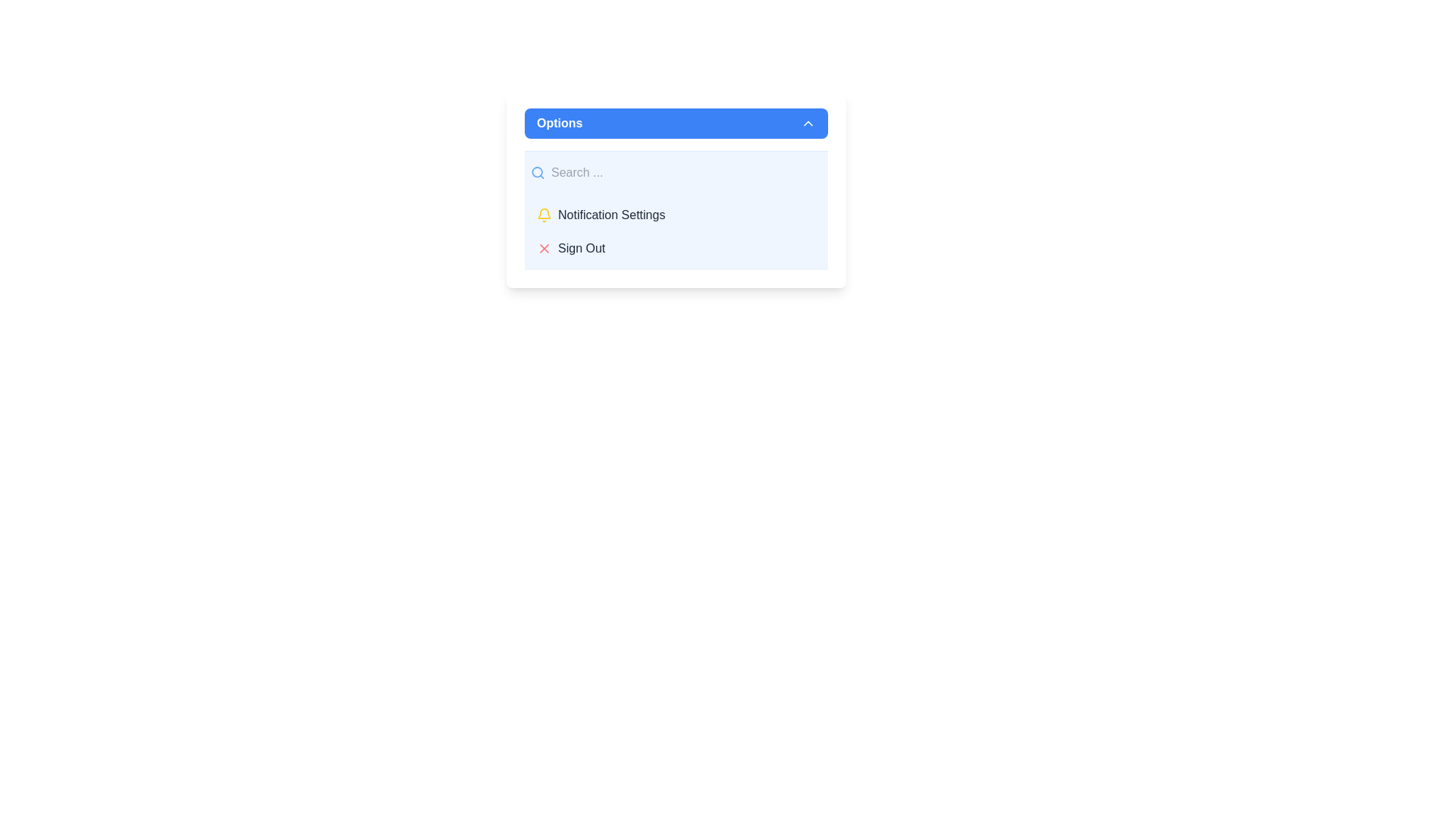 The image size is (1456, 819). Describe the element at coordinates (676, 122) in the screenshot. I see `the toggle button located at the top center of the interface` at that location.